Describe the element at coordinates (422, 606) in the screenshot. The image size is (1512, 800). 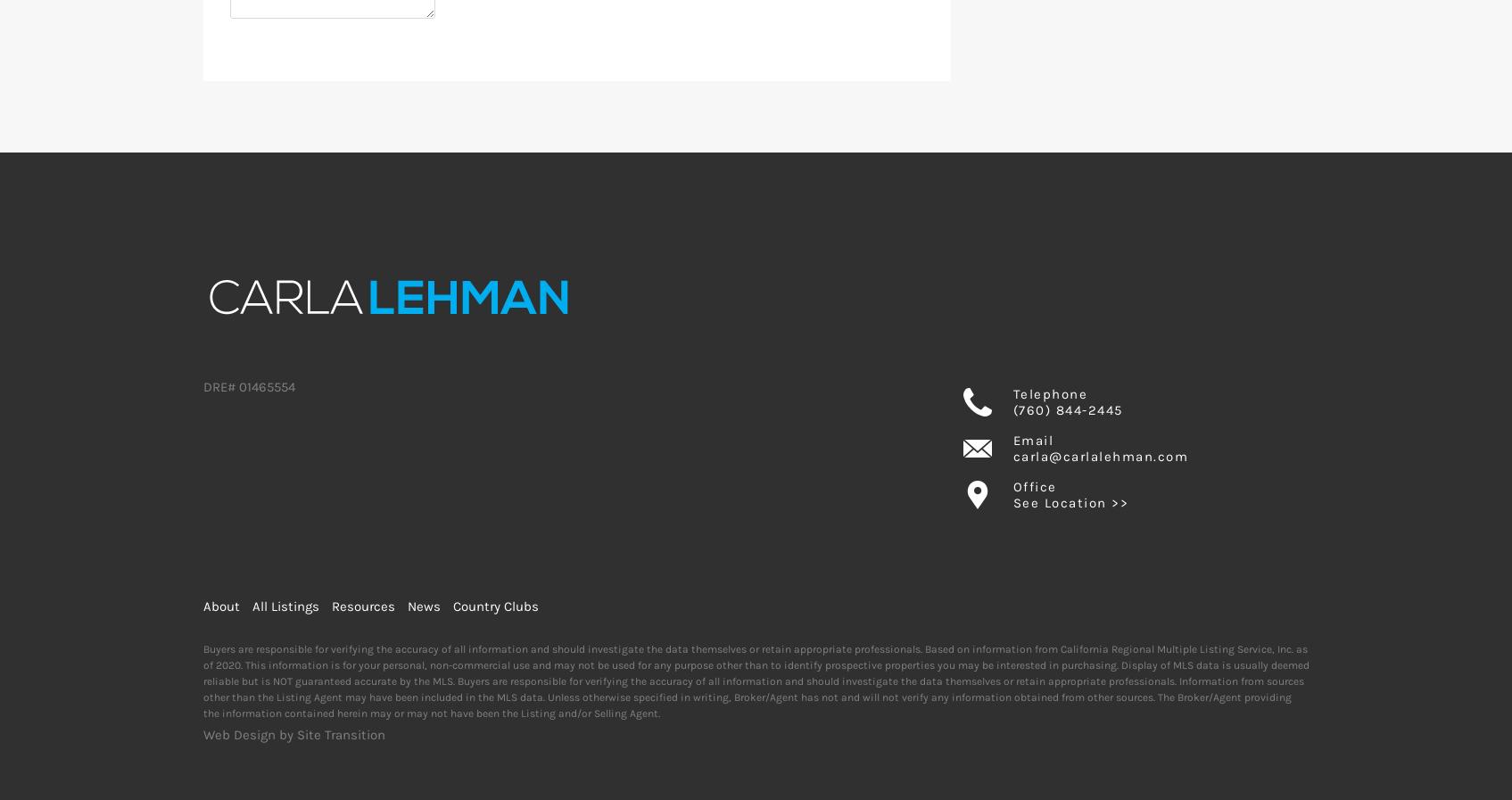
I see `'News'` at that location.